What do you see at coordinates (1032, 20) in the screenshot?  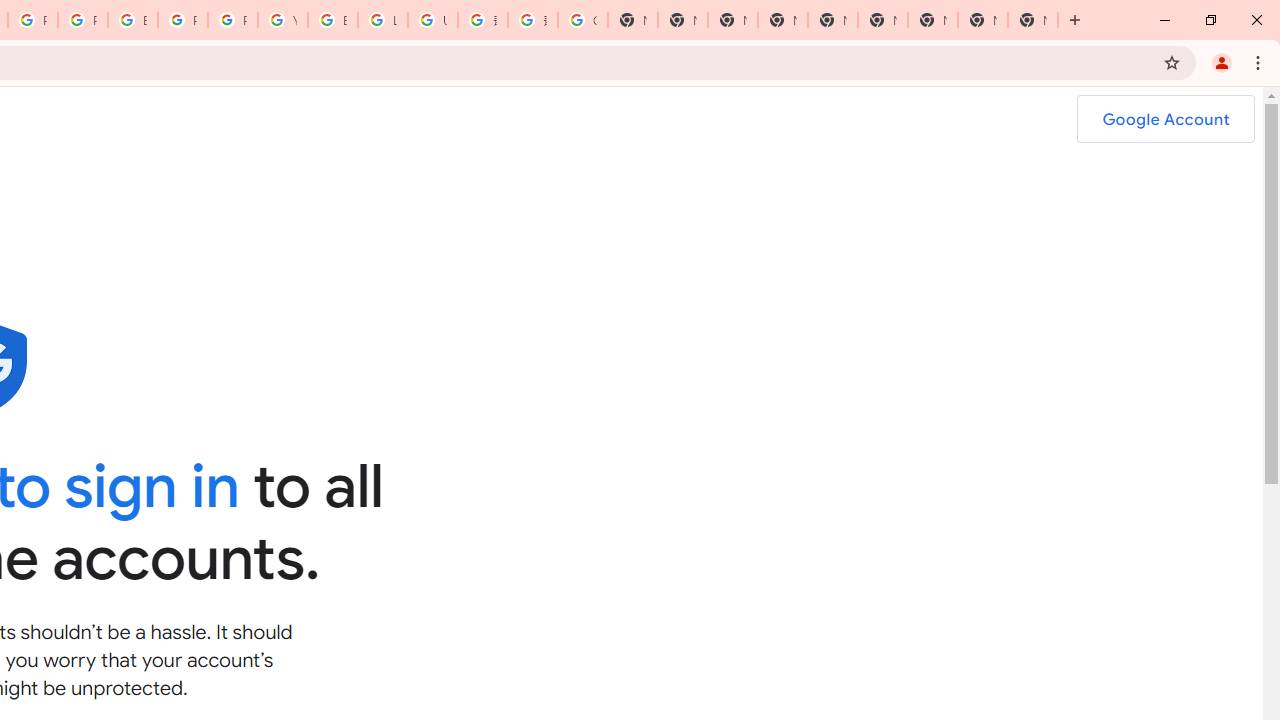 I see `'New Tab'` at bounding box center [1032, 20].